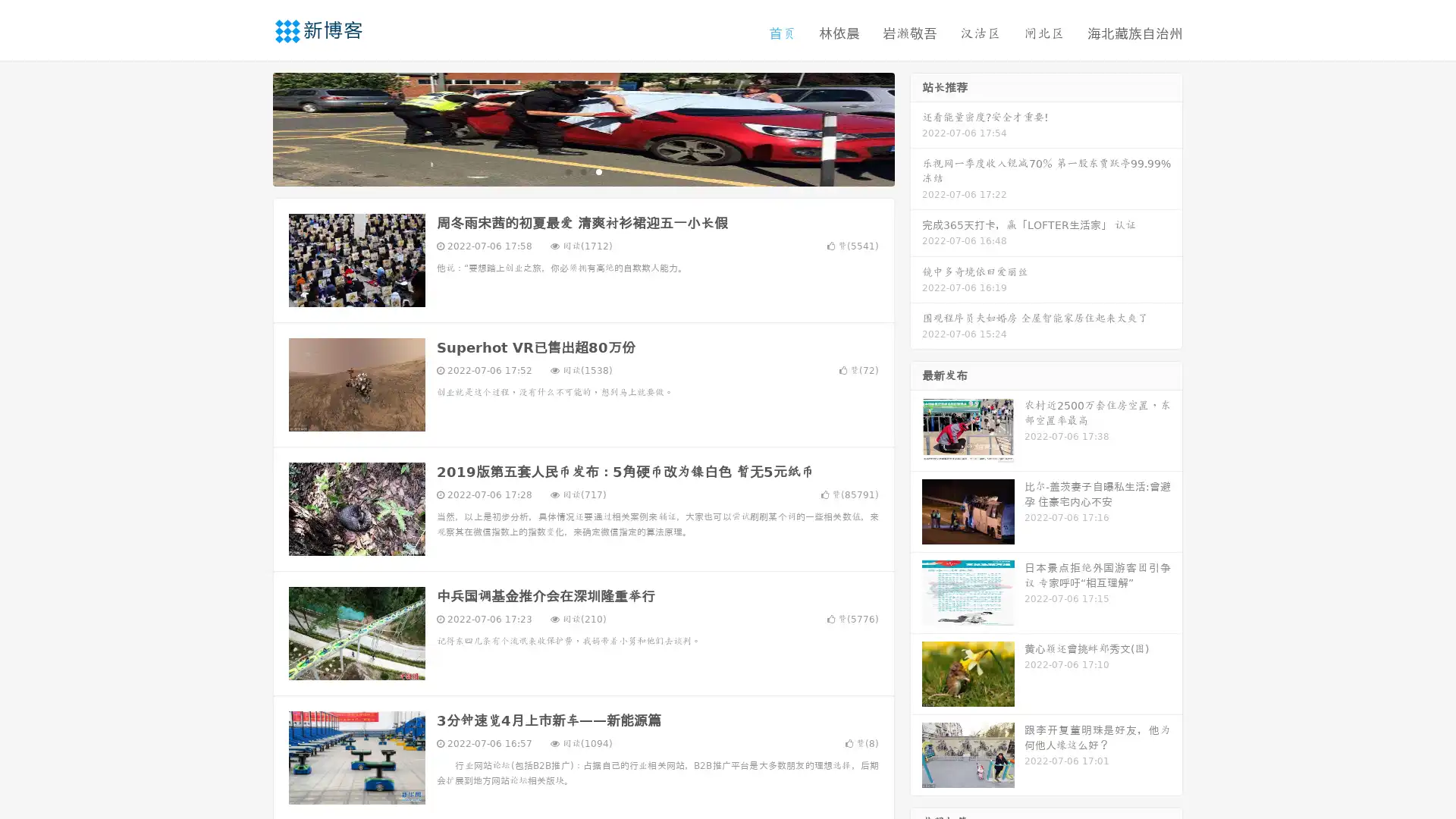  I want to click on Go to slide 3, so click(598, 171).